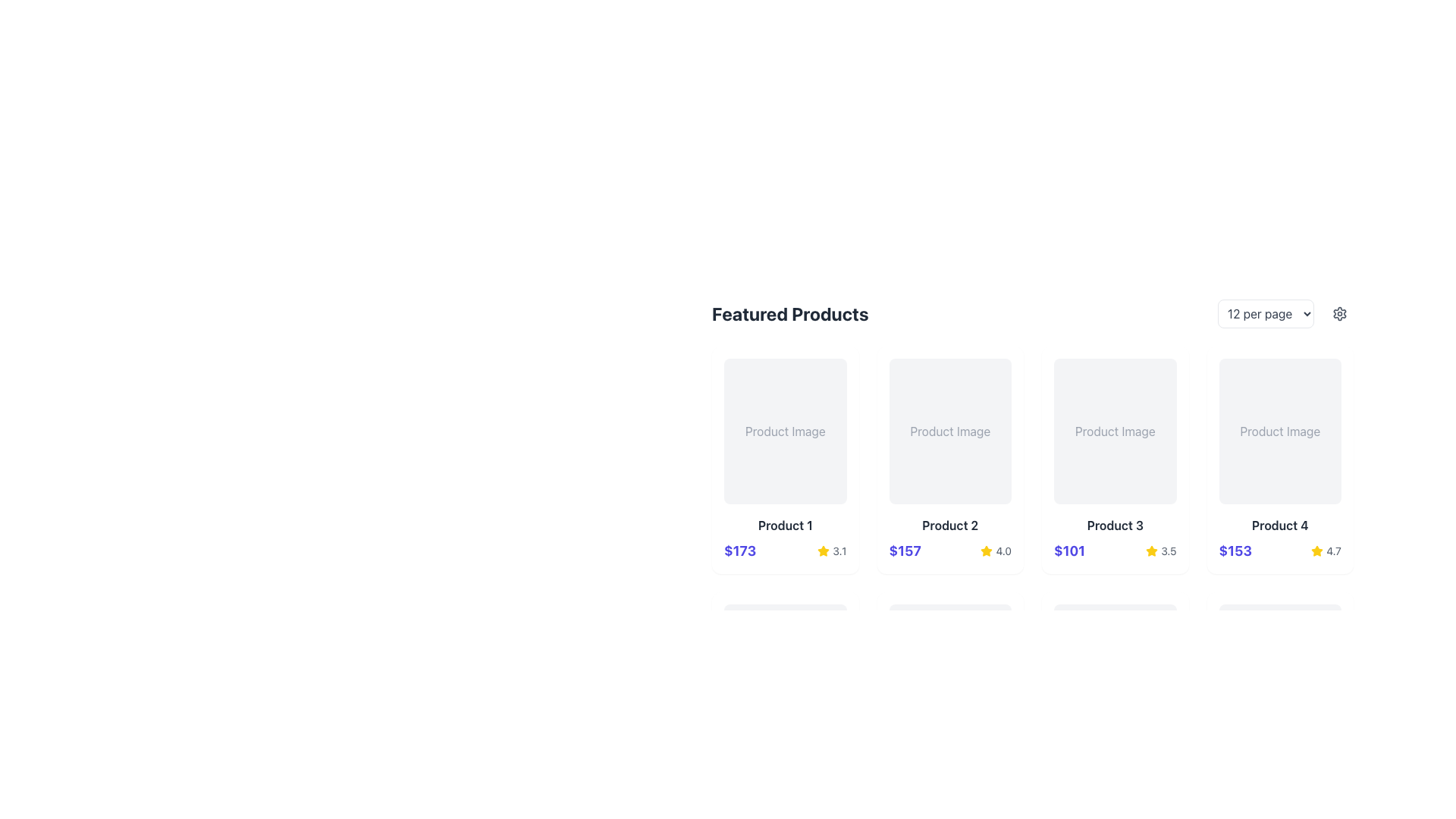 This screenshot has height=819, width=1456. Describe the element at coordinates (1115, 525) in the screenshot. I see `the text label displaying 'Product 3' in bold styling, located in the third product card of the featured products list, below the product image and above the pricing information` at that location.